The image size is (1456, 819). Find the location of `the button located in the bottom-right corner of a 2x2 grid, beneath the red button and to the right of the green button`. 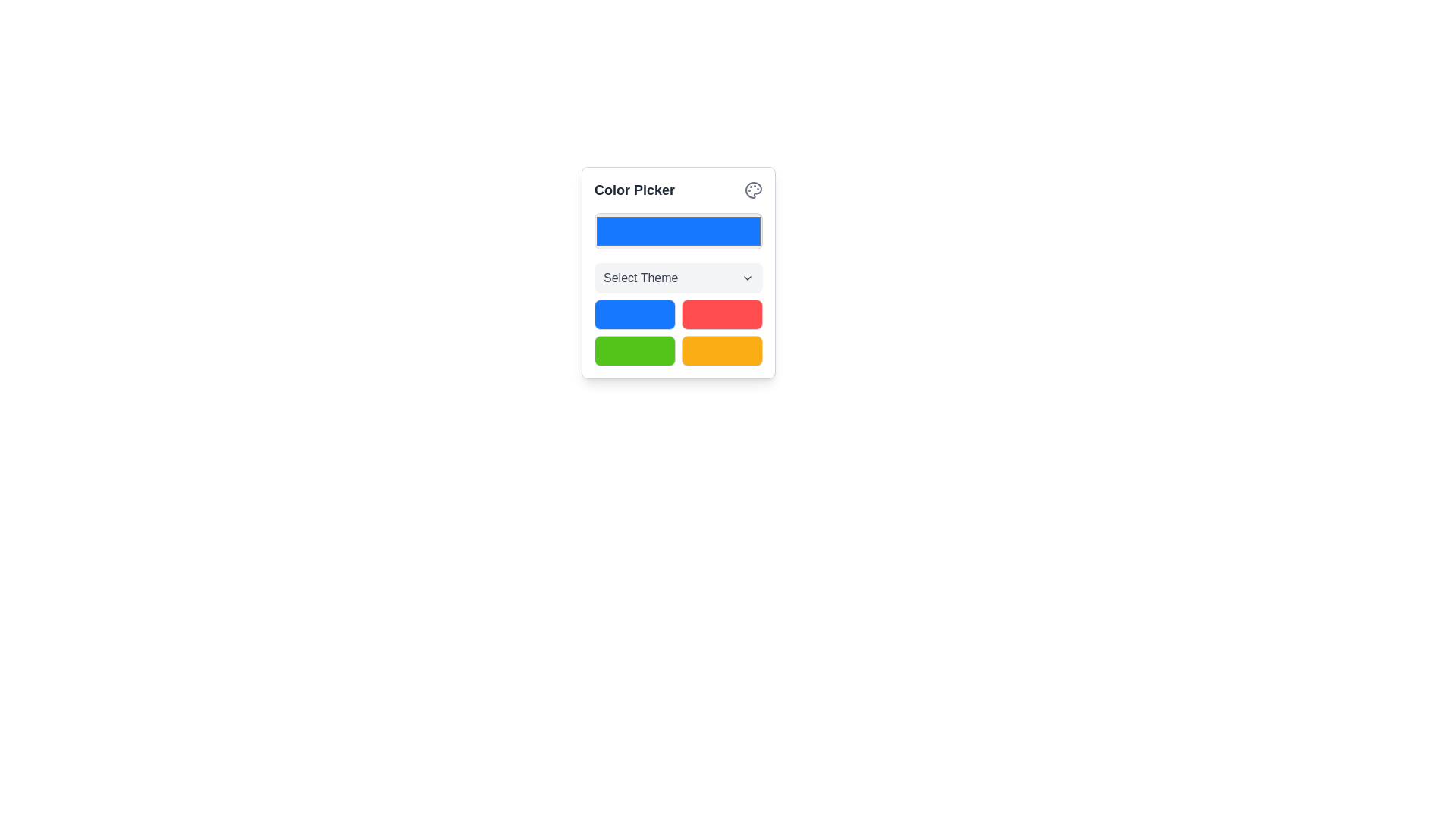

the button located in the bottom-right corner of a 2x2 grid, beneath the red button and to the right of the green button is located at coordinates (721, 350).